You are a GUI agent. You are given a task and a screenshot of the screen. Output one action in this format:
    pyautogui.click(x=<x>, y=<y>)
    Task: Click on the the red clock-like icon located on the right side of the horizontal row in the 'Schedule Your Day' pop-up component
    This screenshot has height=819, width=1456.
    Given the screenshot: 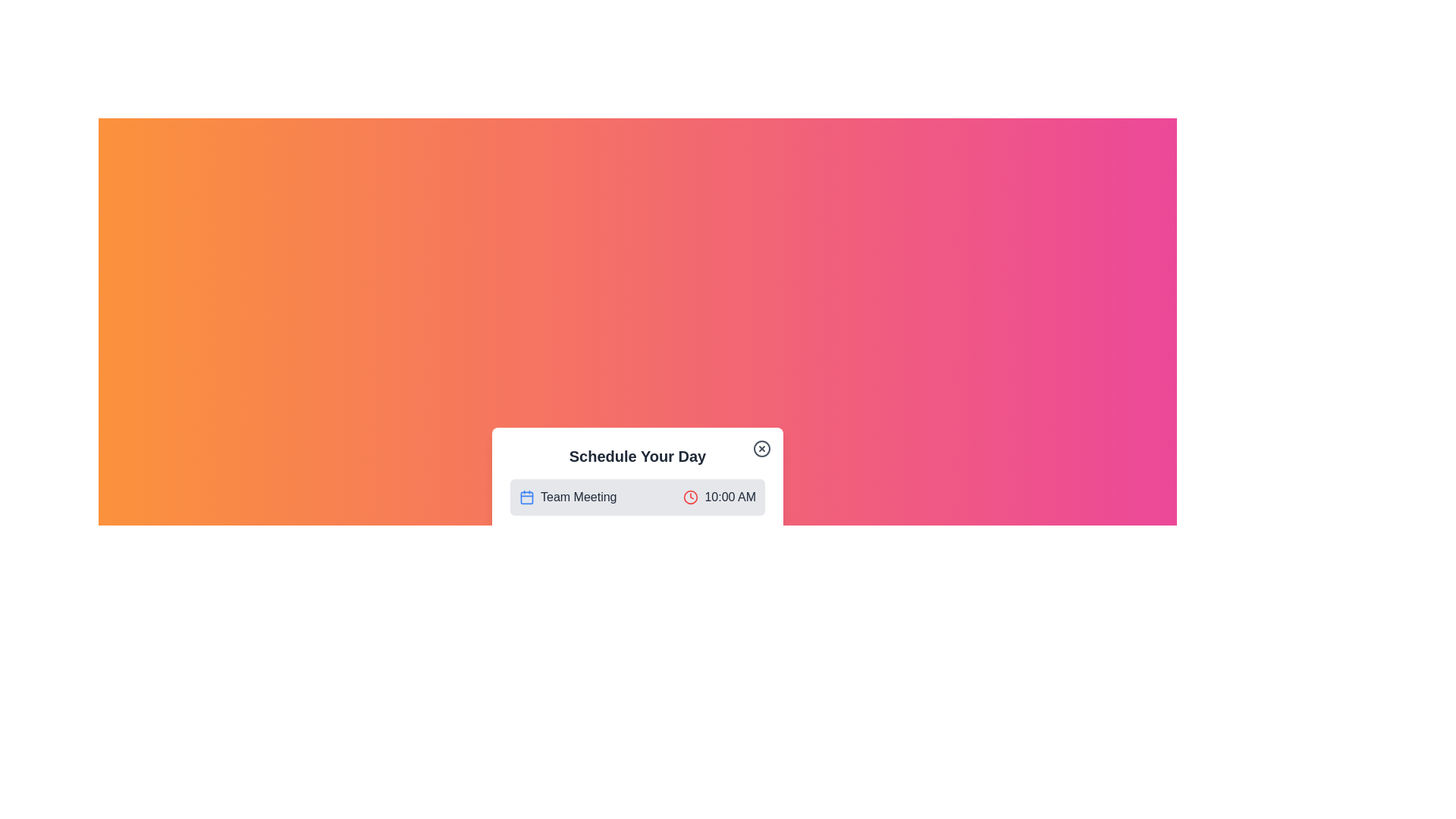 What is the action you would take?
    pyautogui.click(x=690, y=497)
    